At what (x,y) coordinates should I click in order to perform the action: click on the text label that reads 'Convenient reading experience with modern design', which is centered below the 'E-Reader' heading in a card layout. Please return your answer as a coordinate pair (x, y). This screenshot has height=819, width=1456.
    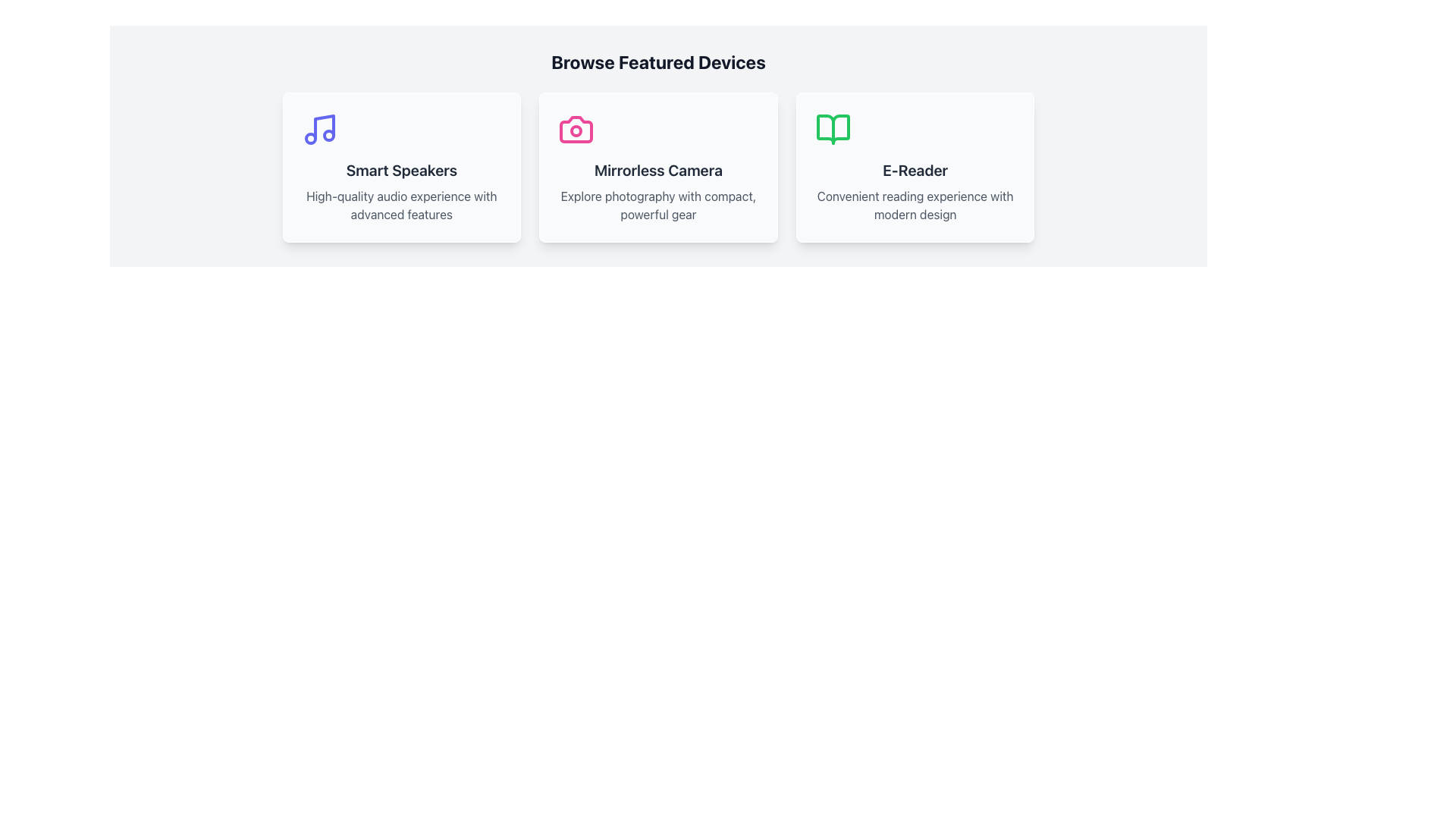
    Looking at the image, I should click on (915, 205).